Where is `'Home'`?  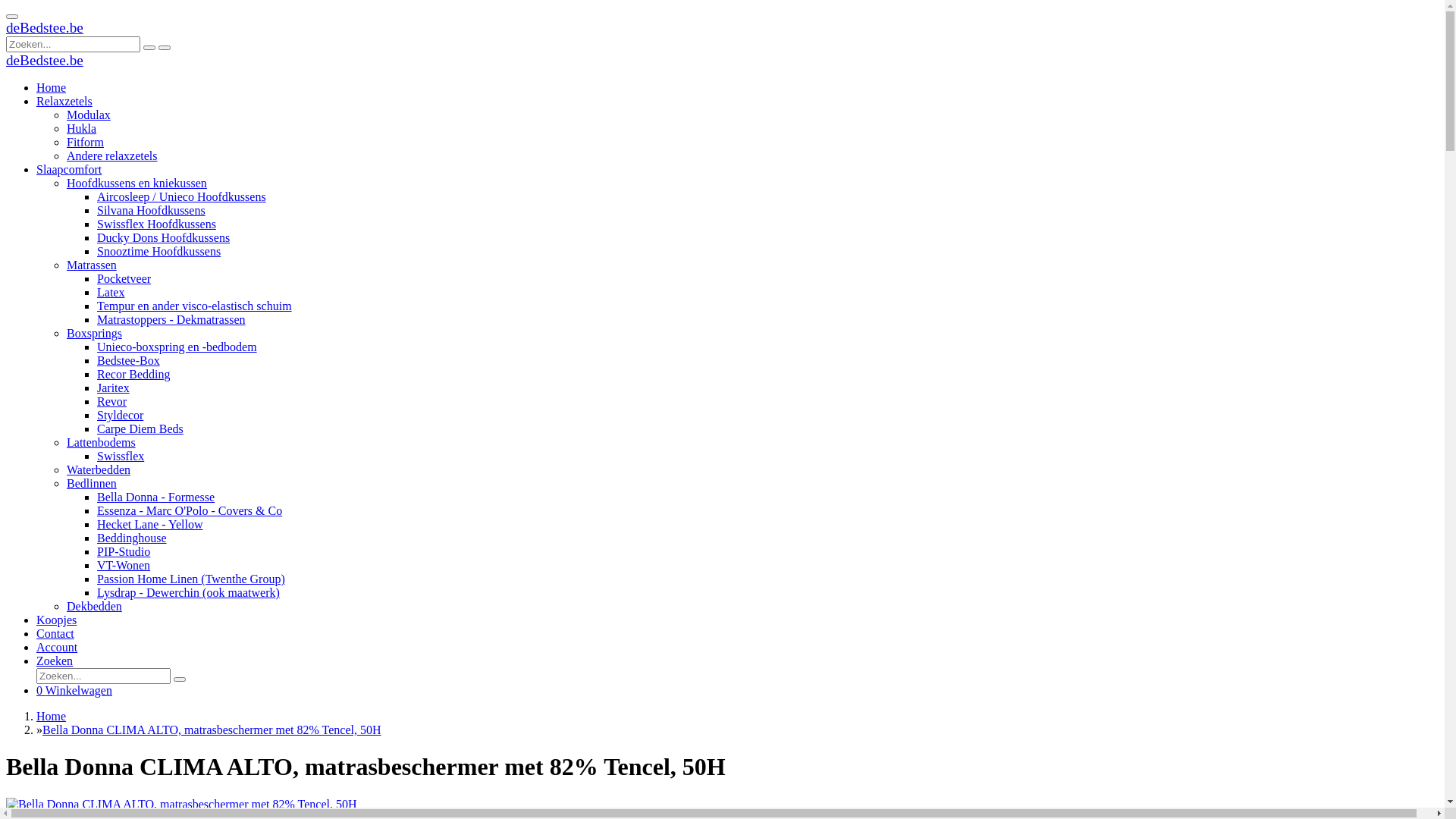
'Home' is located at coordinates (36, 716).